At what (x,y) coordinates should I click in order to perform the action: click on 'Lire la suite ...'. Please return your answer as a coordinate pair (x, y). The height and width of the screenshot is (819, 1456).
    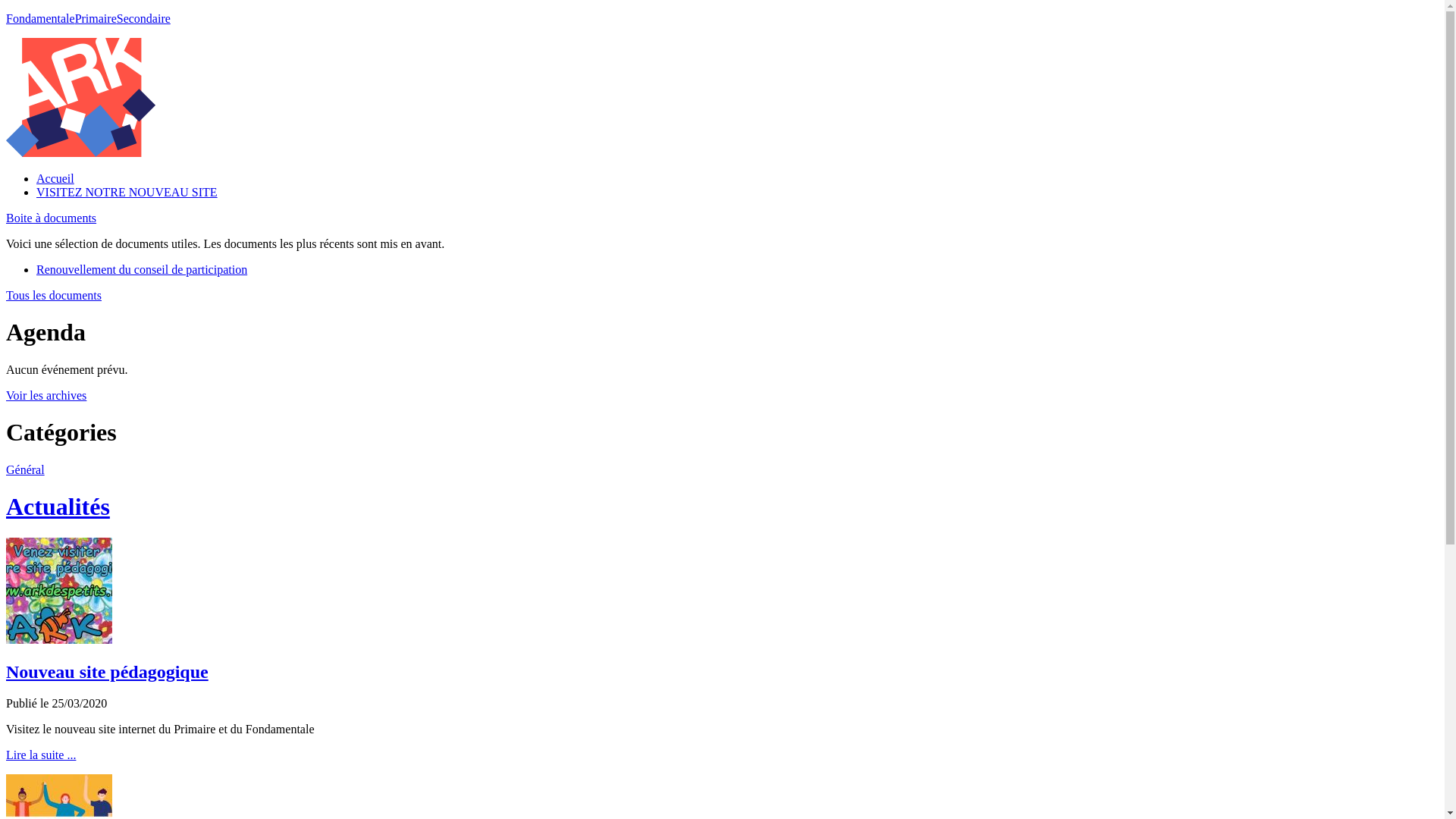
    Looking at the image, I should click on (40, 755).